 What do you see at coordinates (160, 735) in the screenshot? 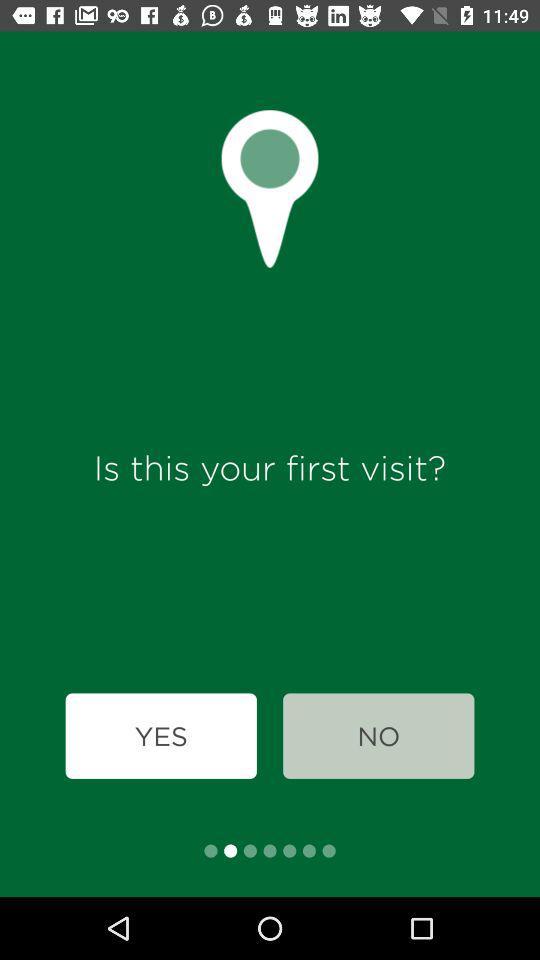
I see `the icon next to the no icon` at bounding box center [160, 735].